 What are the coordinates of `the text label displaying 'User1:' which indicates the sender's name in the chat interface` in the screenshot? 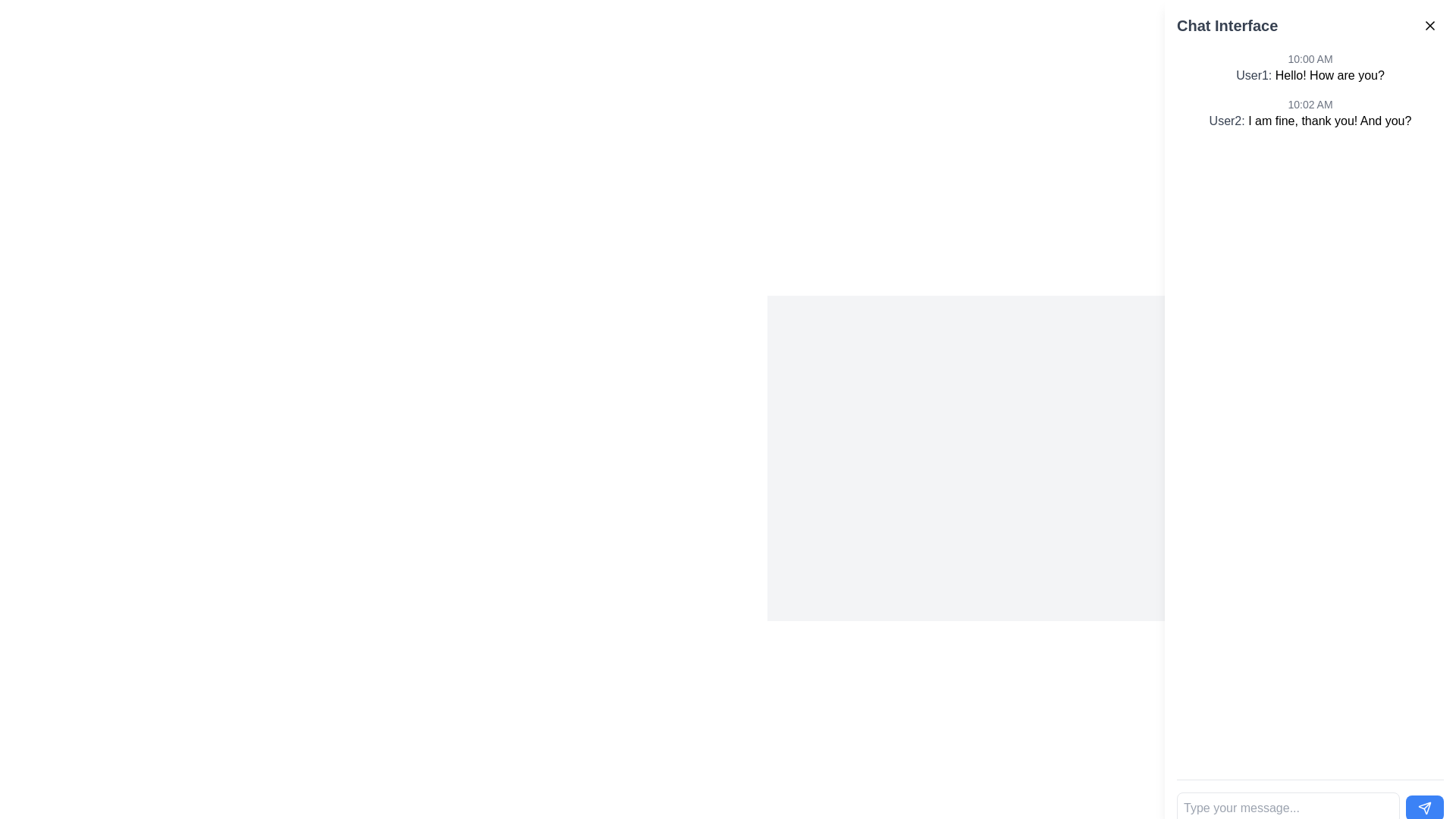 It's located at (1256, 75).